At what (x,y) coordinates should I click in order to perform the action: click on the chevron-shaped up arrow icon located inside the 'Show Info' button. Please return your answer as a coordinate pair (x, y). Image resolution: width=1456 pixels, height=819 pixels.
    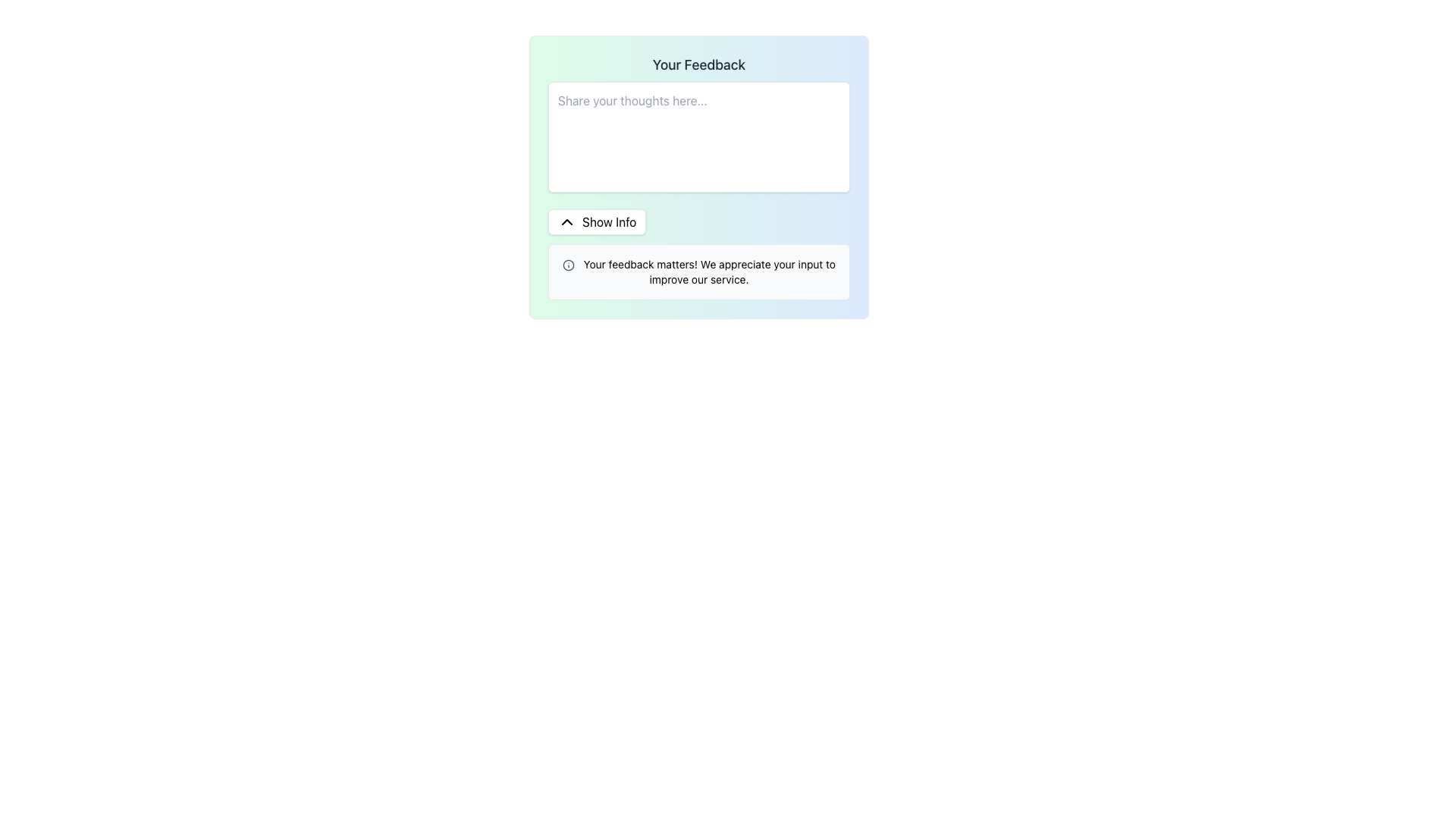
    Looking at the image, I should click on (566, 222).